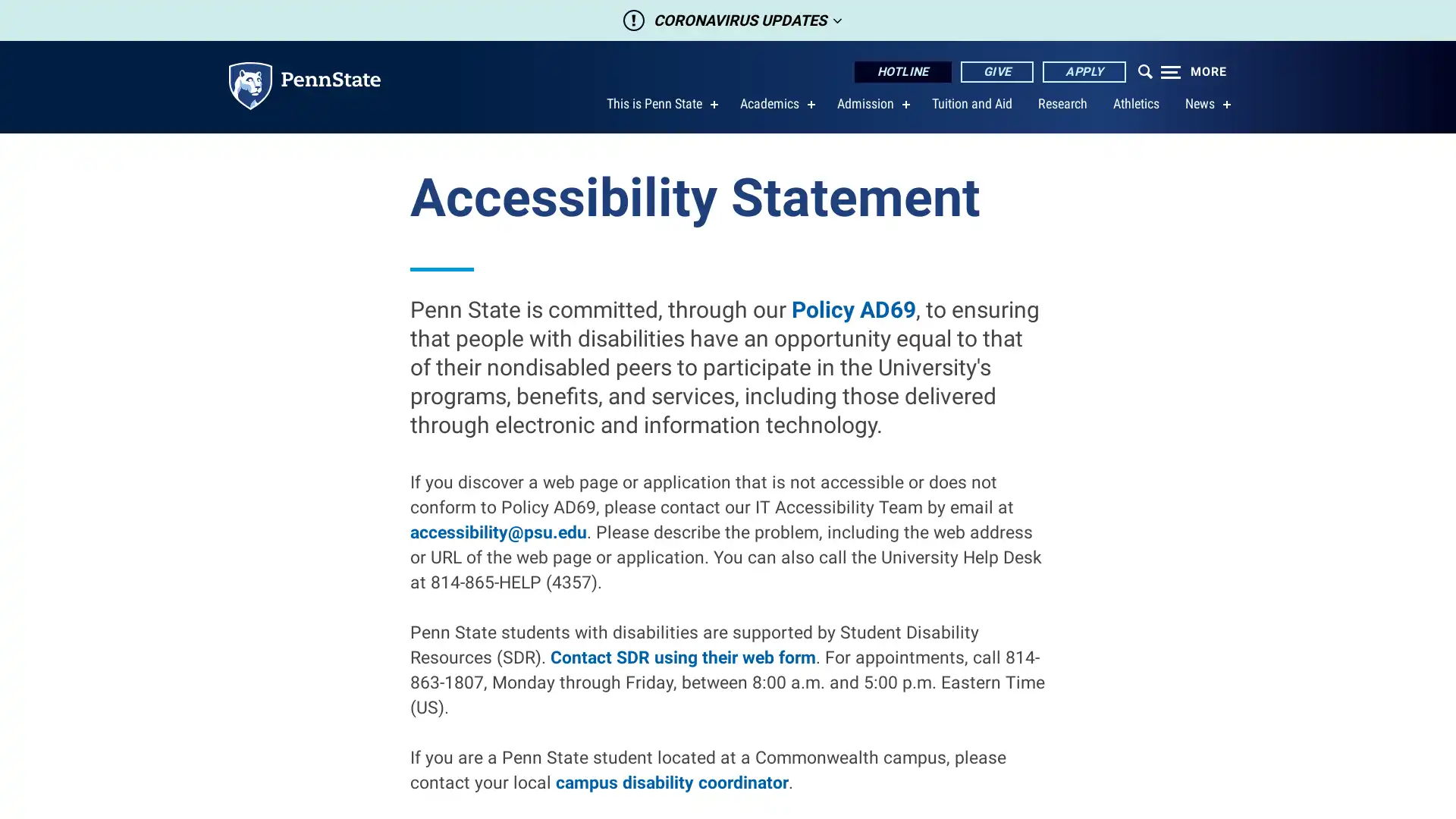  I want to click on Open menu which contains search, so click(1145, 70).